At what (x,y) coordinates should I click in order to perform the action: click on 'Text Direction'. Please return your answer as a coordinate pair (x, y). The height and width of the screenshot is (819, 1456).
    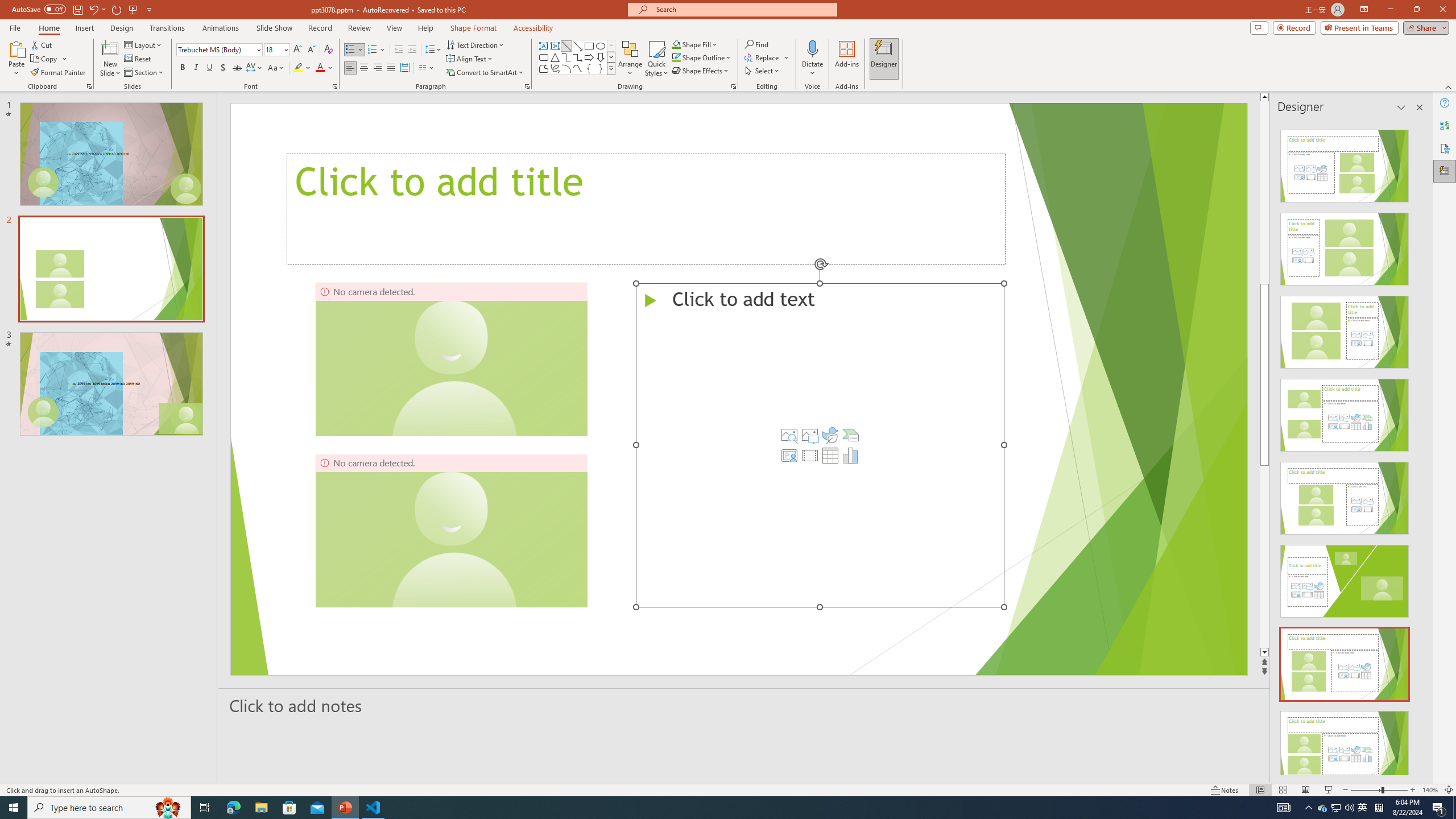
    Looking at the image, I should click on (475, 44).